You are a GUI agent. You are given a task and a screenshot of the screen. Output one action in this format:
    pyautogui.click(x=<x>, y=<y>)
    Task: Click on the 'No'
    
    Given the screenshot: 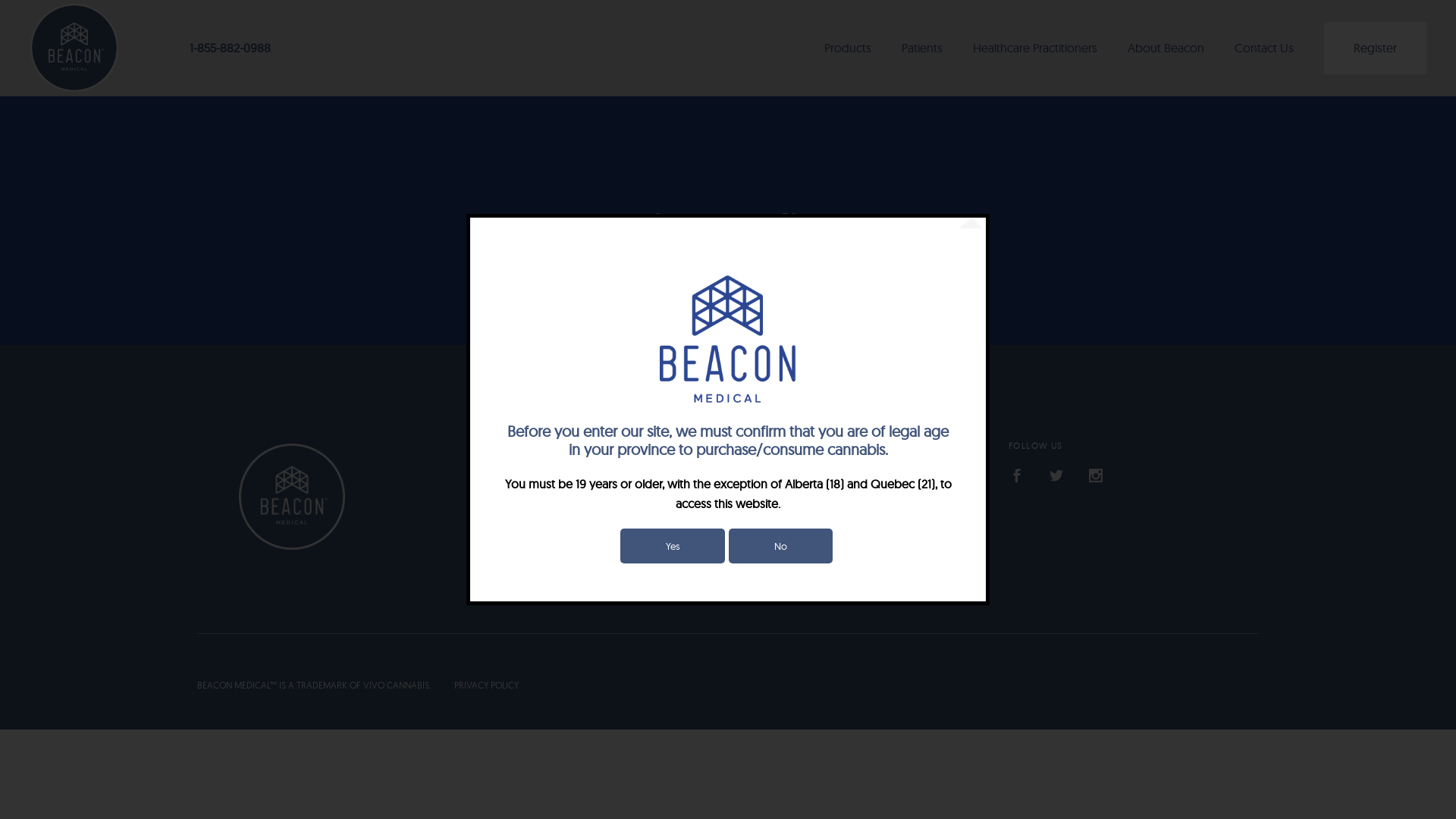 What is the action you would take?
    pyautogui.click(x=780, y=546)
    